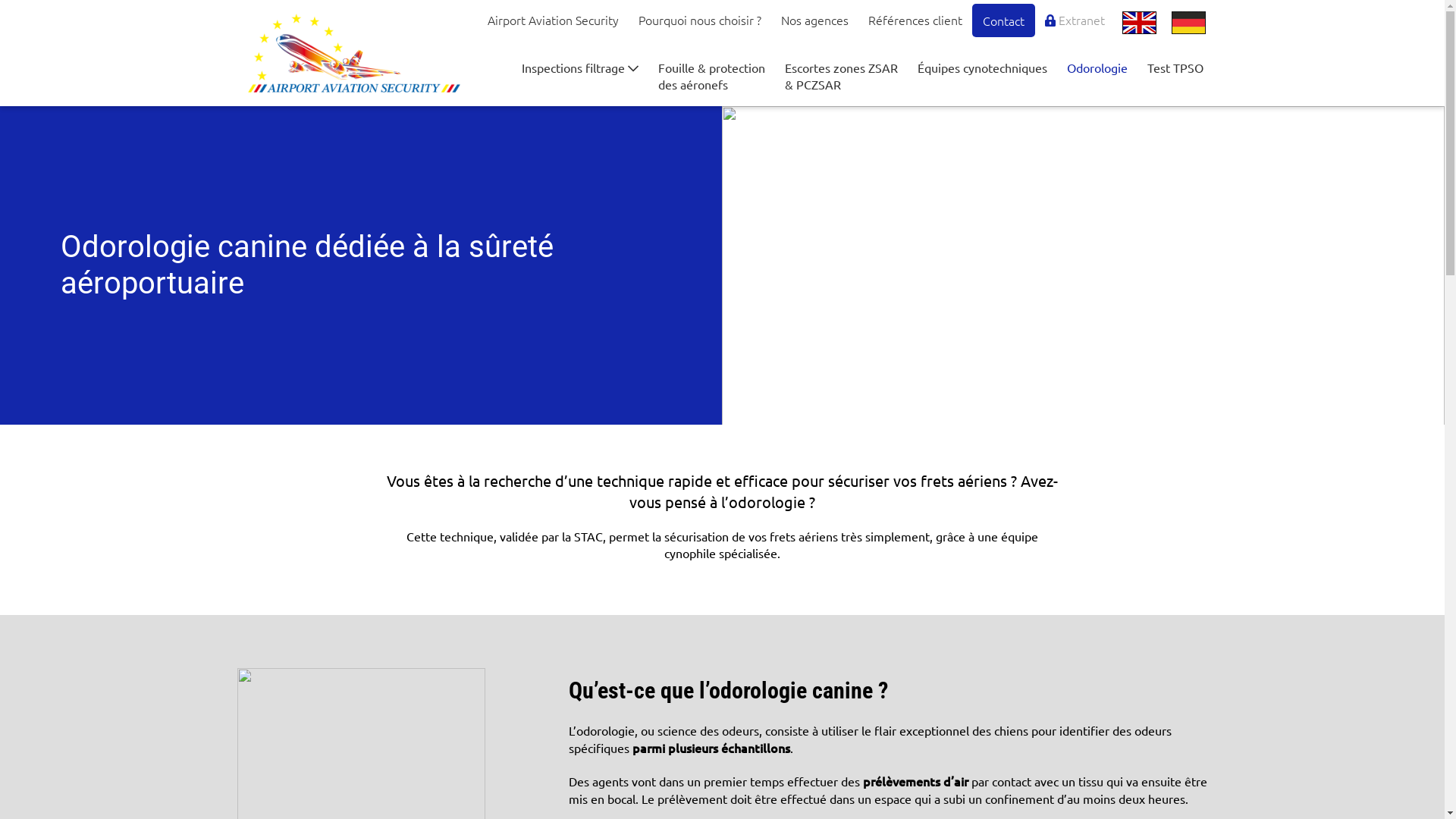 The height and width of the screenshot is (819, 1456). Describe the element at coordinates (1003, 20) in the screenshot. I see `'Contact'` at that location.